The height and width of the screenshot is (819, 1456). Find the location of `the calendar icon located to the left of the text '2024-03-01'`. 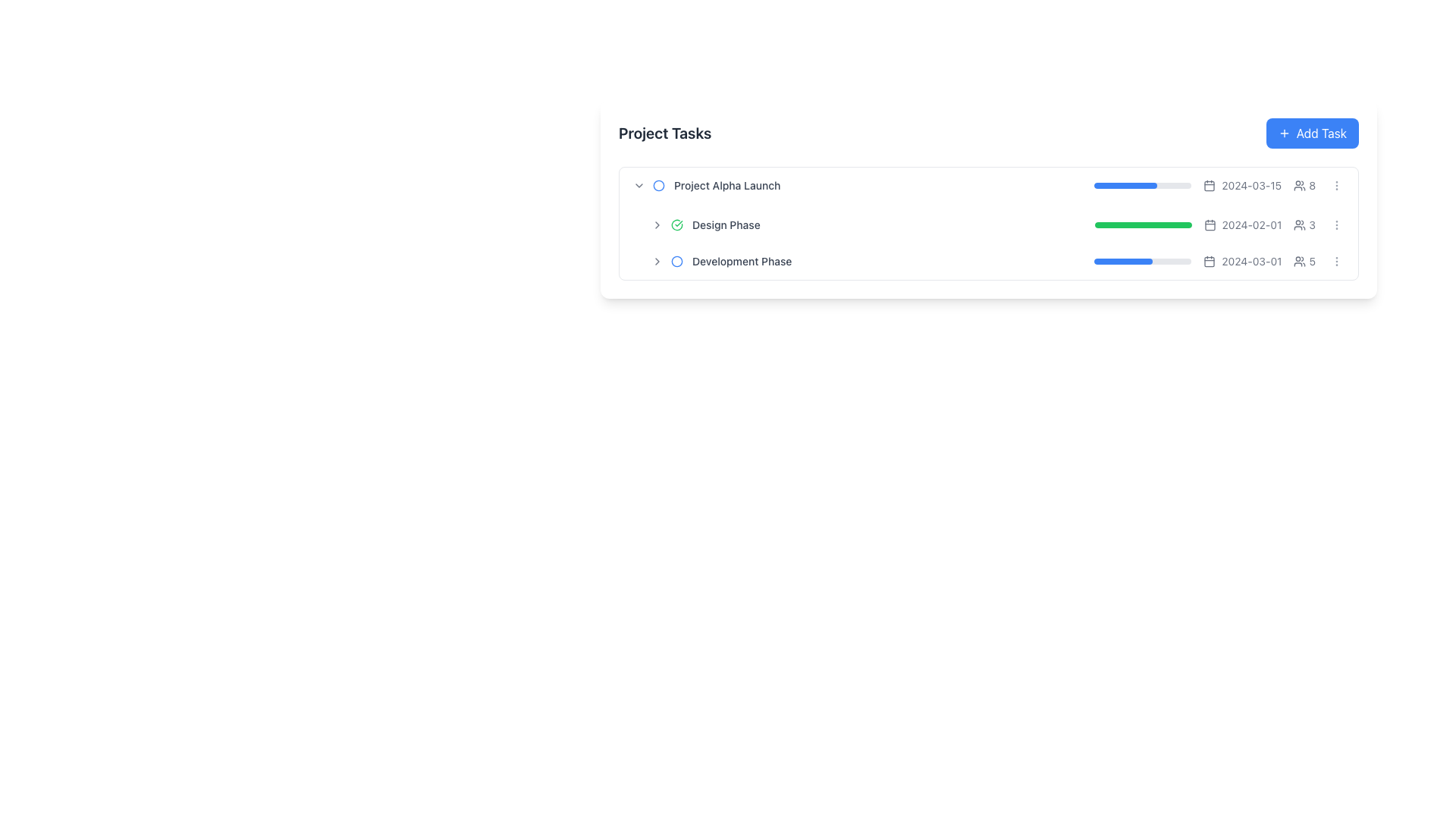

the calendar icon located to the left of the text '2024-03-01' is located at coordinates (1209, 260).